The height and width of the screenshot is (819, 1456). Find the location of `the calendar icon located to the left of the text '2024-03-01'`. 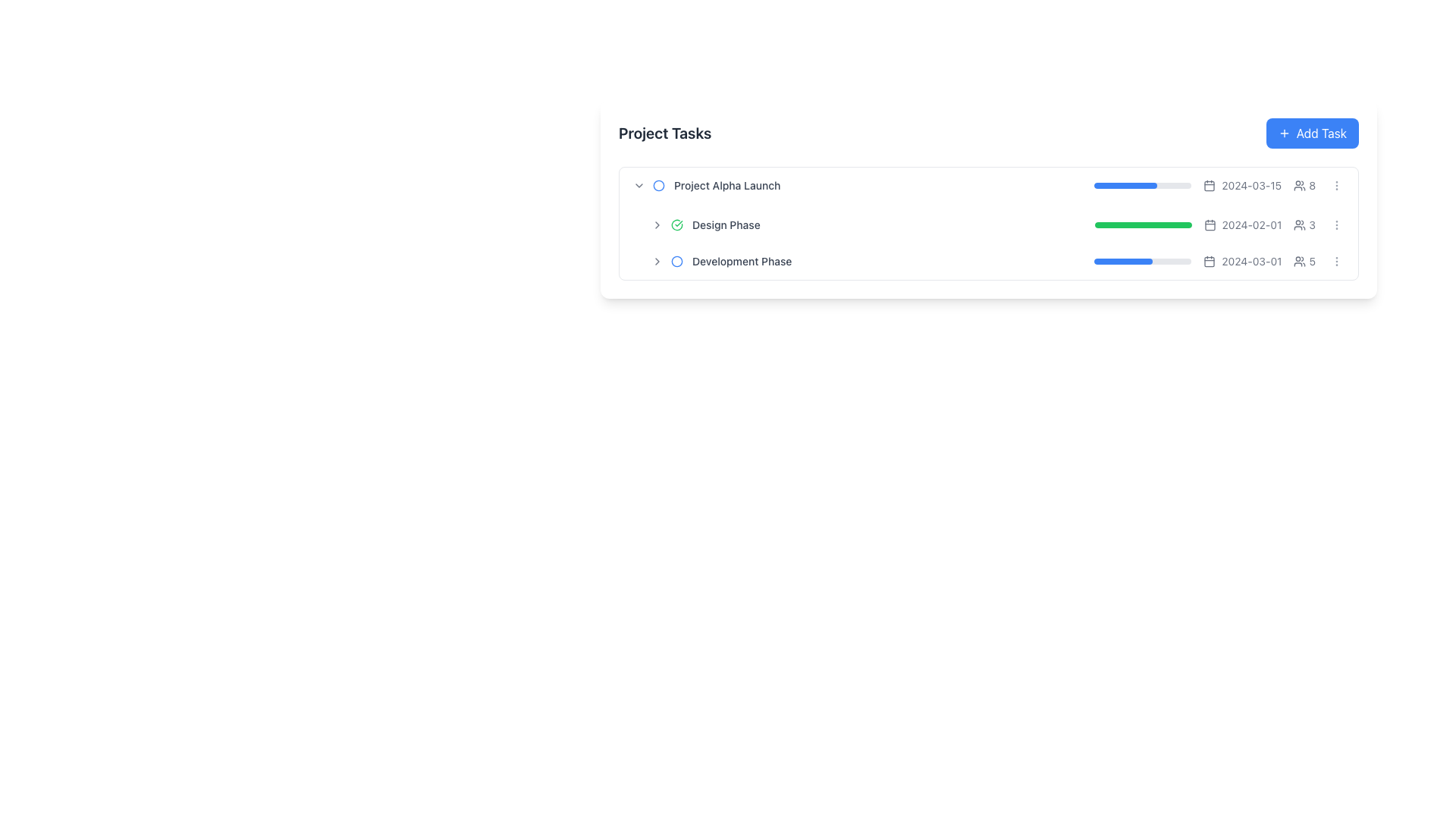

the calendar icon located to the left of the text '2024-03-01' is located at coordinates (1209, 260).